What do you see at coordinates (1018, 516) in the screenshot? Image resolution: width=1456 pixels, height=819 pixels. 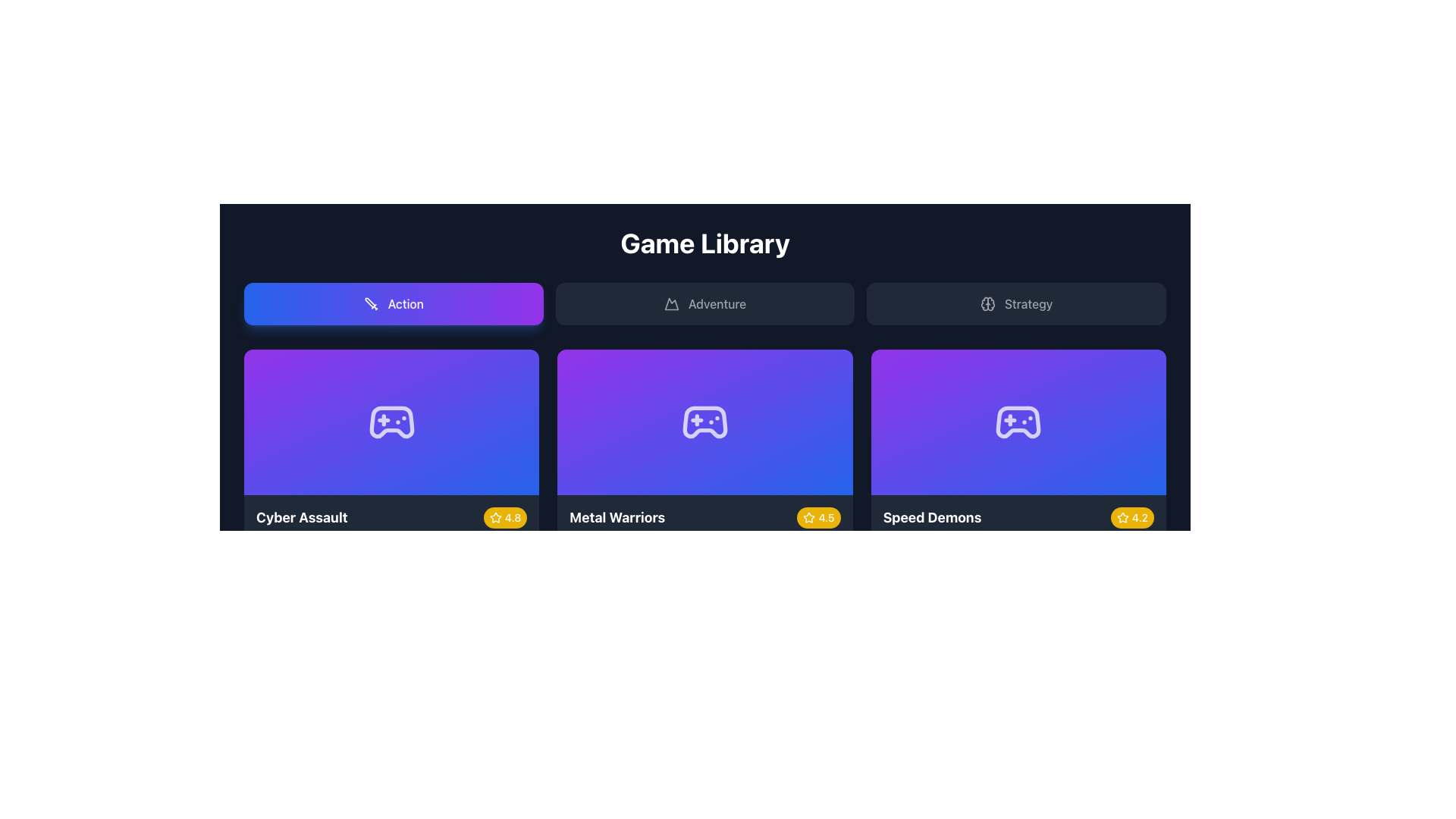 I see `the Row containing the game title 'Speed Demons' and the rating badge '4.2'` at bounding box center [1018, 516].